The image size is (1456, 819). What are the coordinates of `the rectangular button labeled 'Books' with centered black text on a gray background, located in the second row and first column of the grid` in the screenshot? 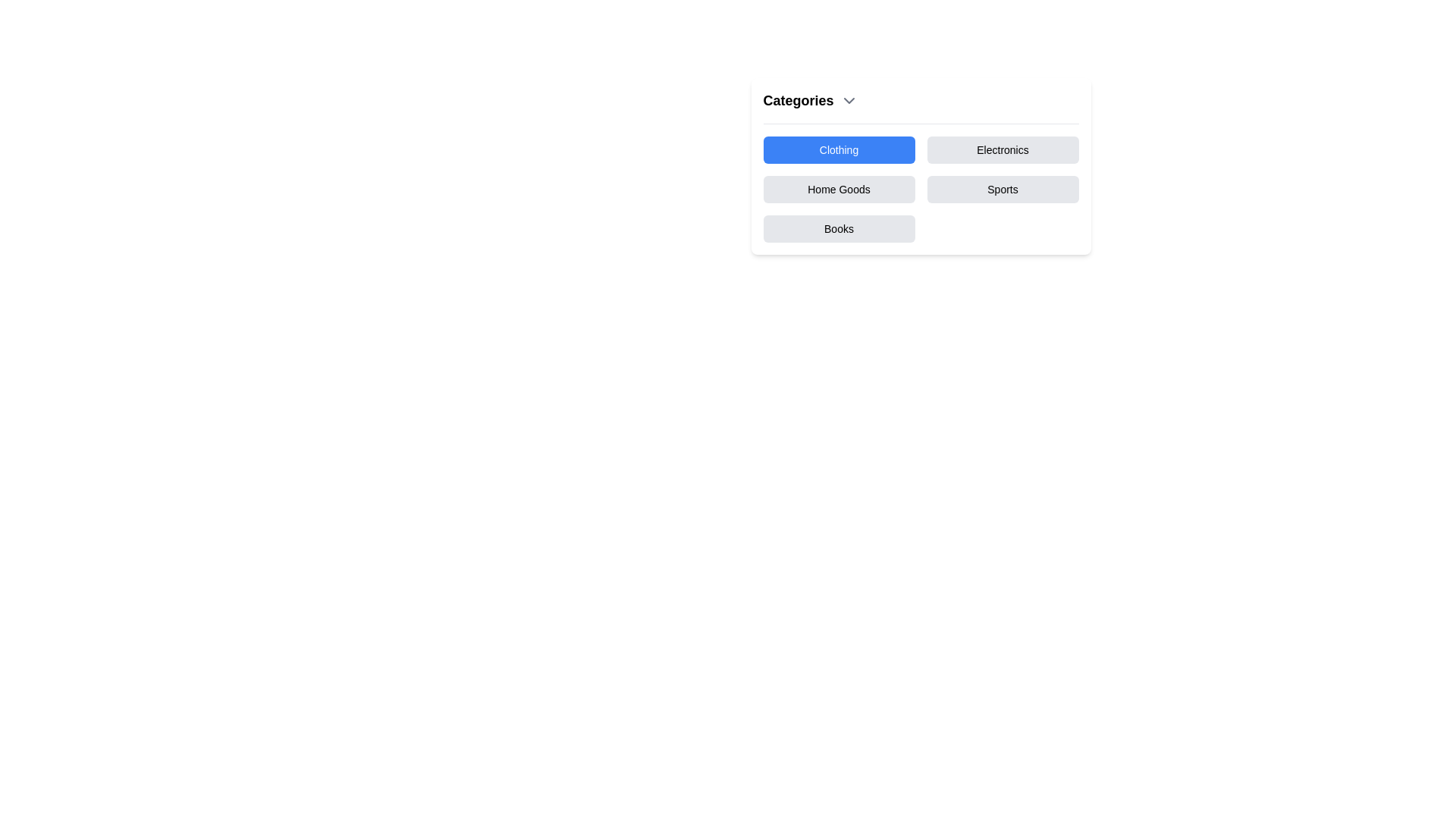 It's located at (838, 228).